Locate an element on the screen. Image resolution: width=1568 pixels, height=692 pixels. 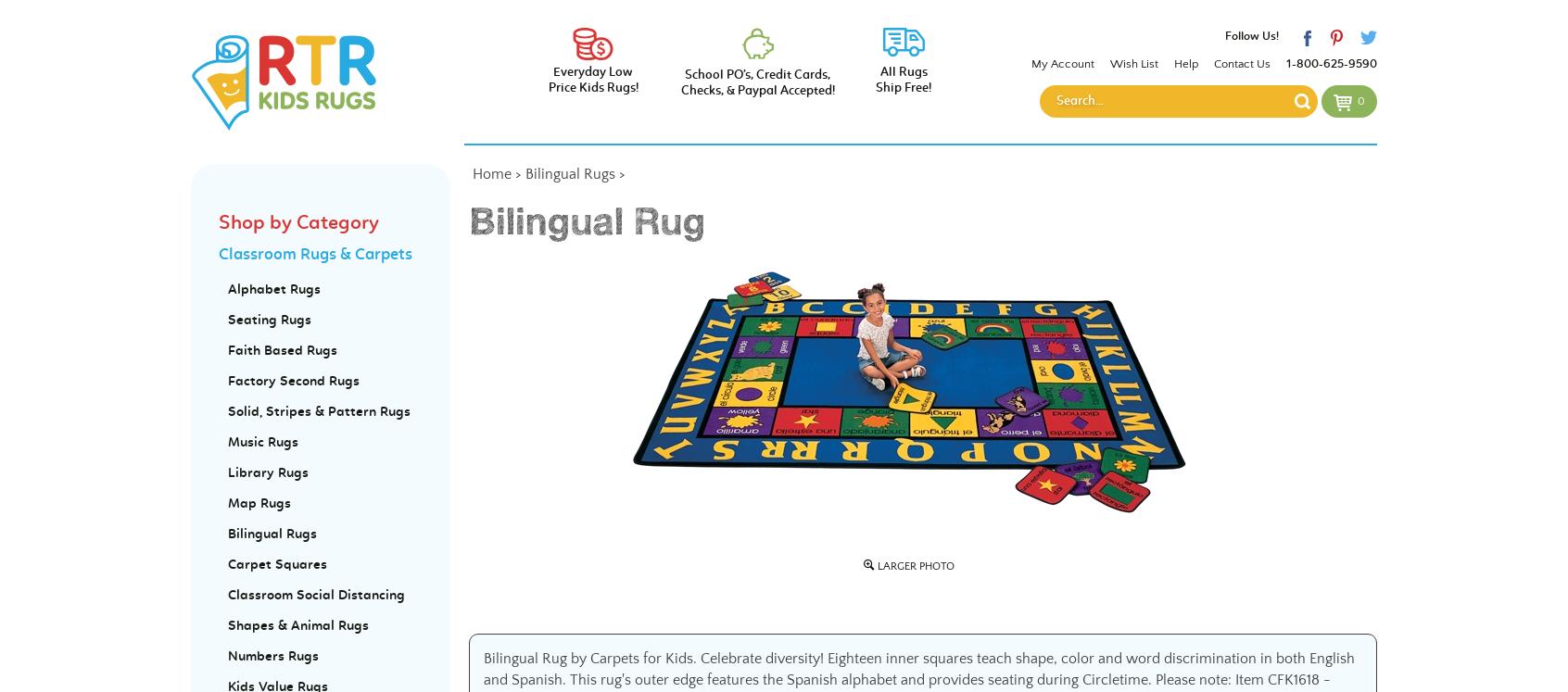
'Classroom Social Distancing' is located at coordinates (315, 594).